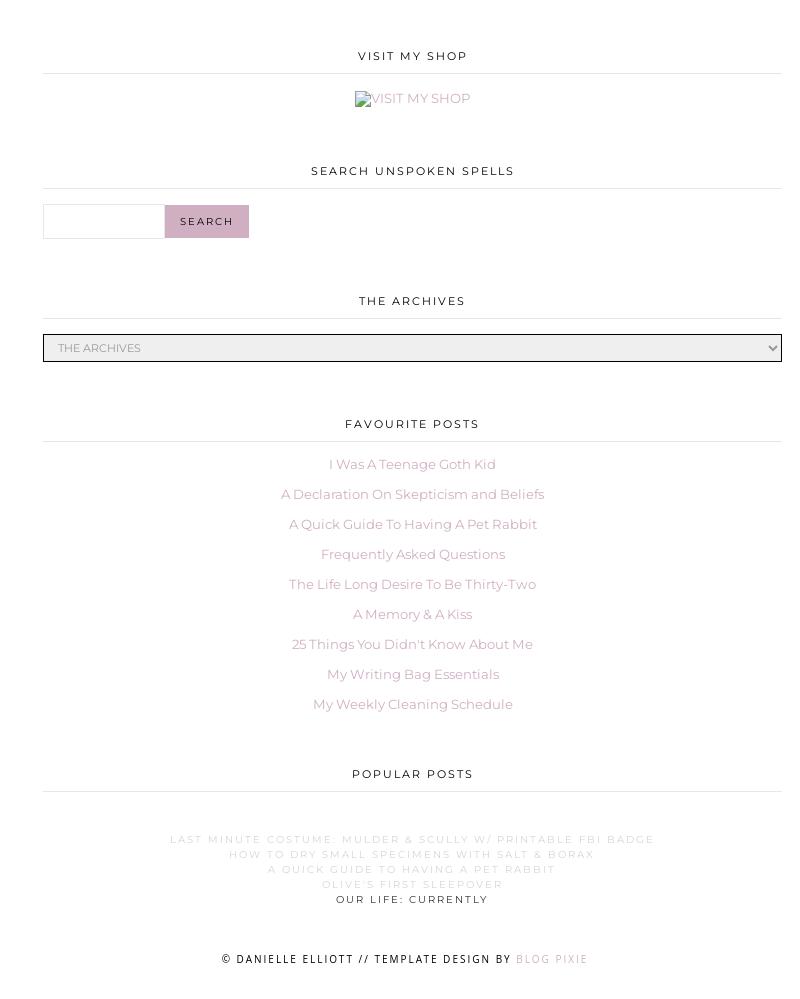 Image resolution: width=800 pixels, height=999 pixels. What do you see at coordinates (412, 674) in the screenshot?
I see `'My Writing Bag Essentials'` at bounding box center [412, 674].